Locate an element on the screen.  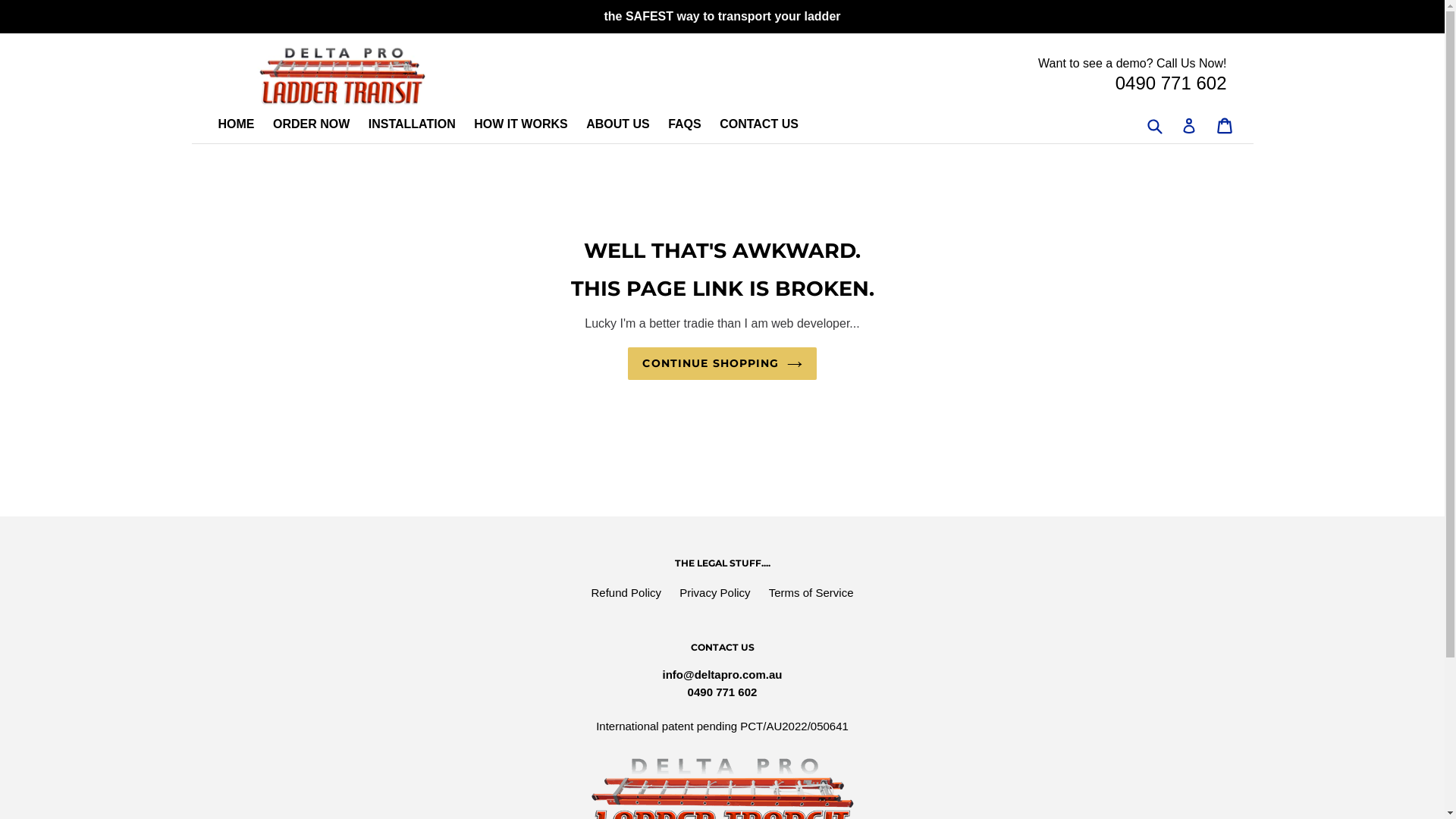
'HOW IT WORKS' is located at coordinates (472, 124).